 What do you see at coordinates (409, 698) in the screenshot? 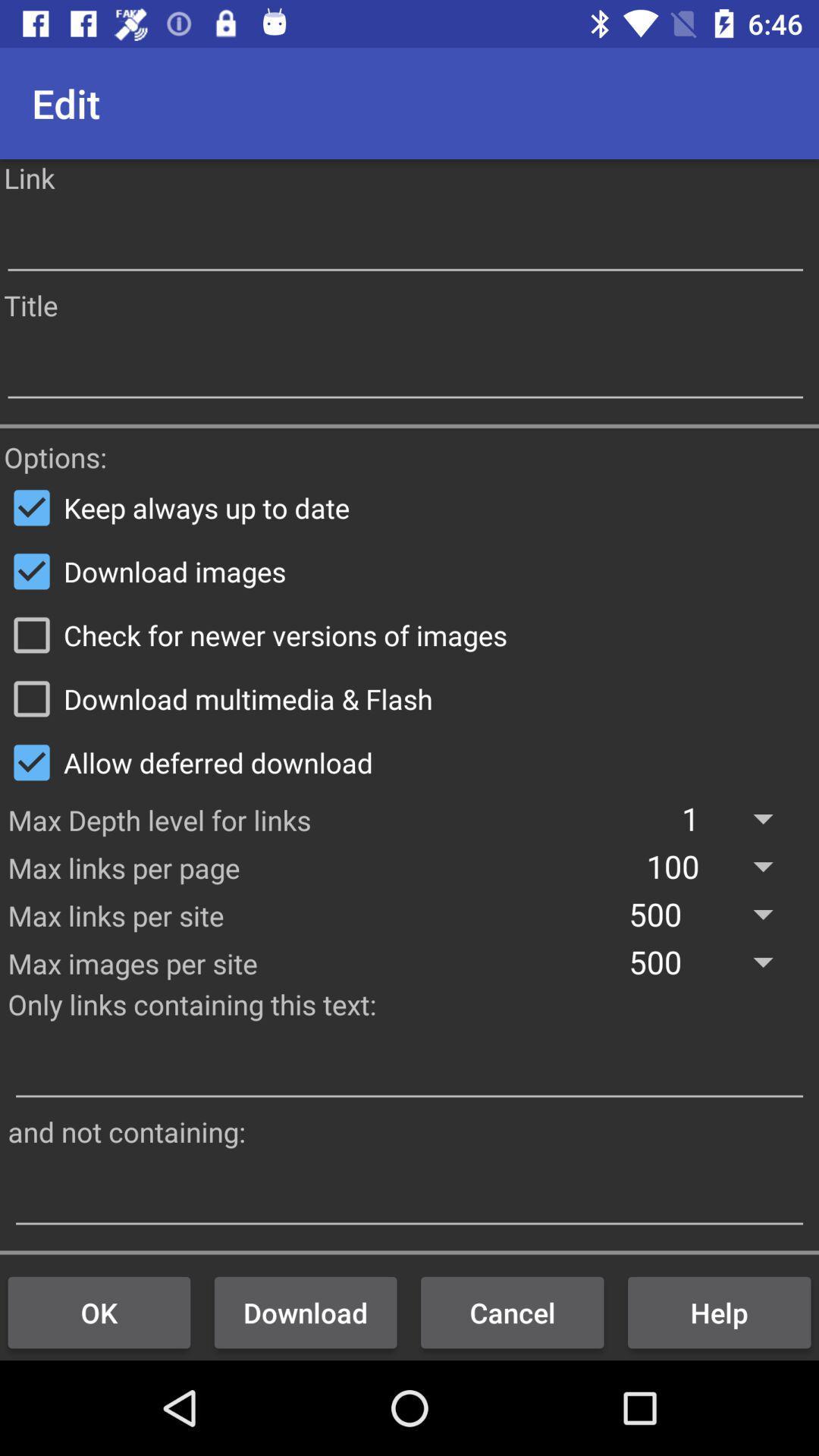
I see `icon below the check for newer item` at bounding box center [409, 698].